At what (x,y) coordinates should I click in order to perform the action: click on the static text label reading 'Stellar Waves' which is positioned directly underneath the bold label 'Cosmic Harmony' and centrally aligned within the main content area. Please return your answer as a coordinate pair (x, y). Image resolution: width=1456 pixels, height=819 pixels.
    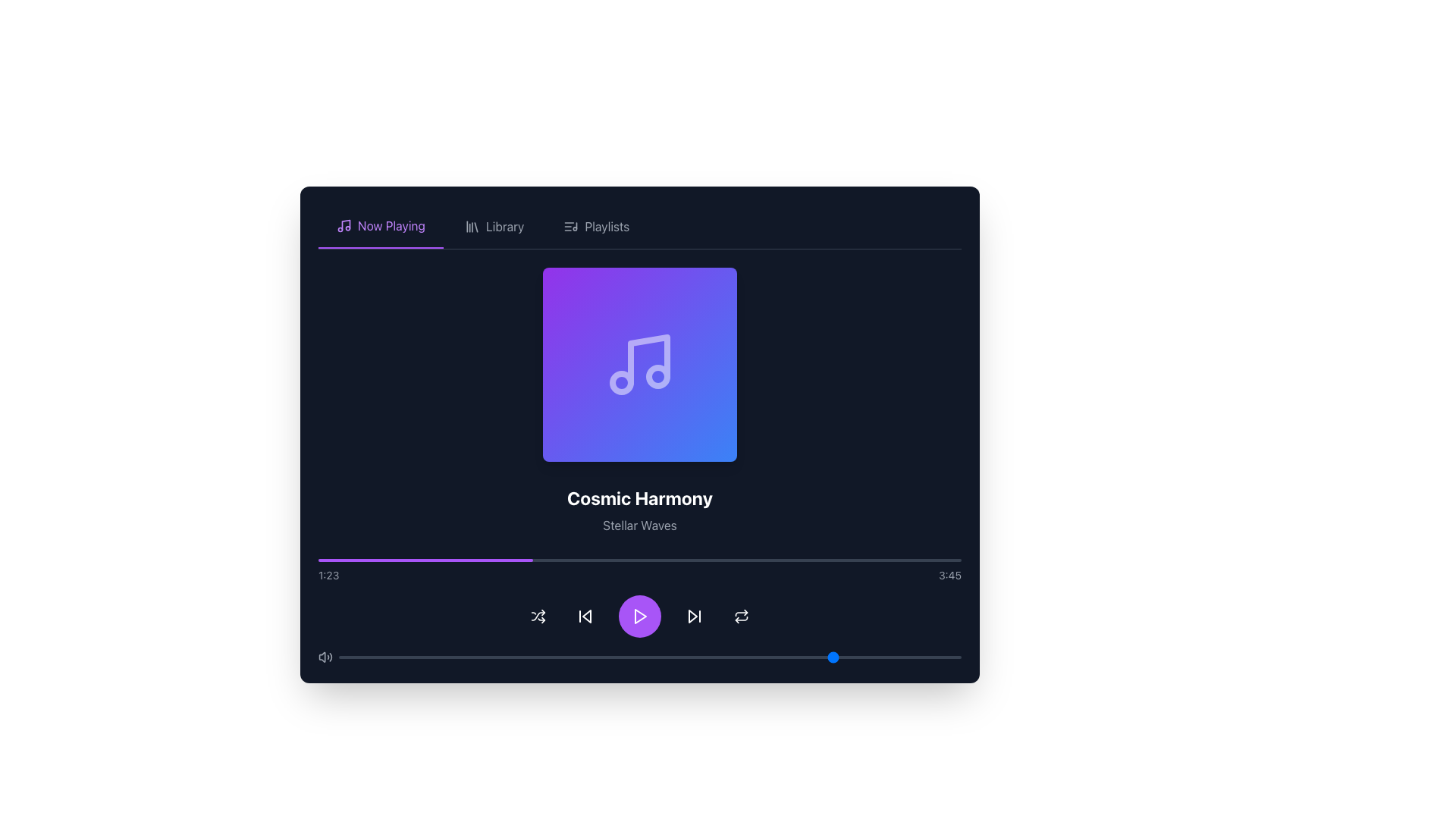
    Looking at the image, I should click on (640, 525).